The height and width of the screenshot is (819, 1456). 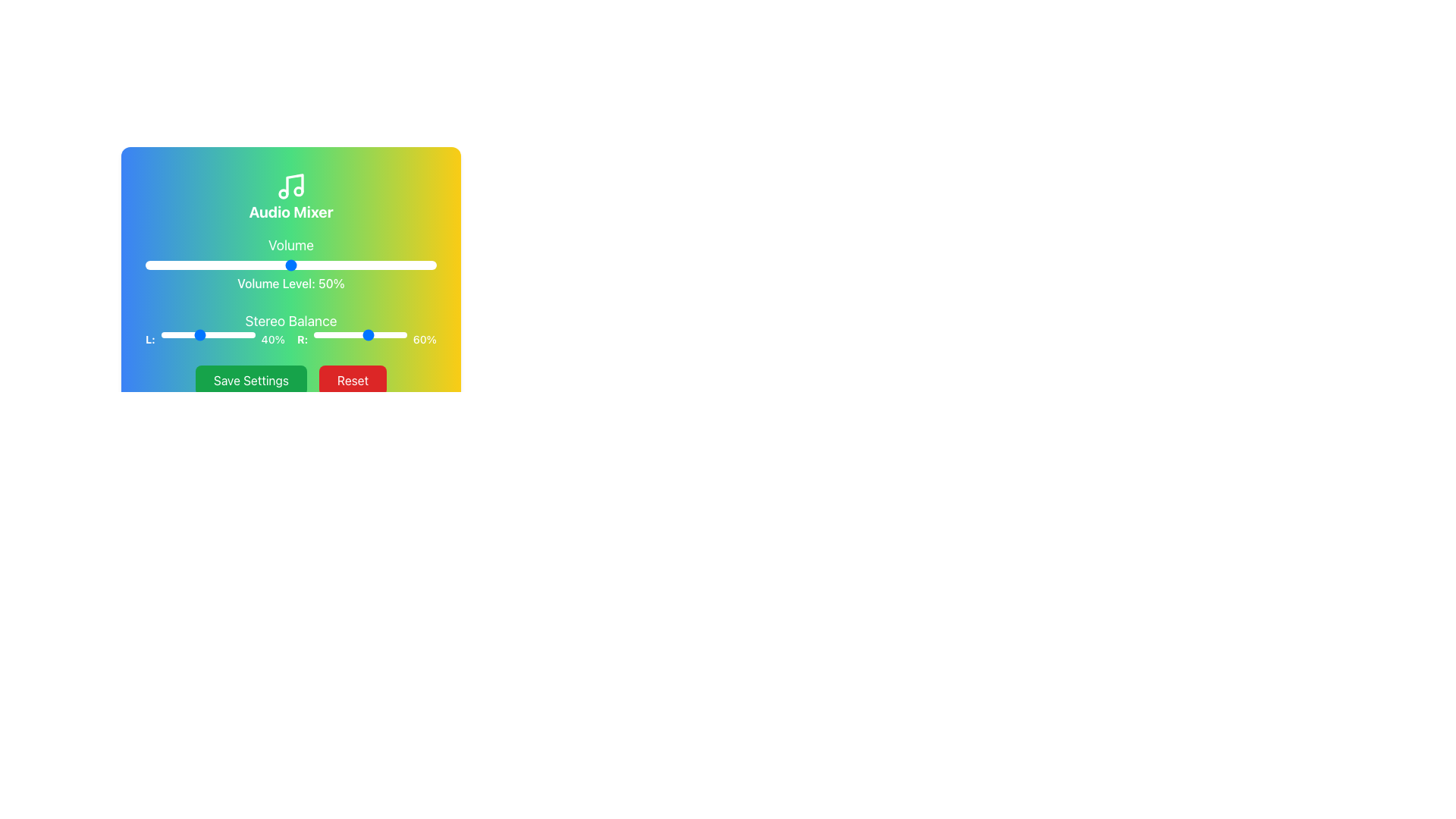 I want to click on the R value, so click(x=367, y=334).